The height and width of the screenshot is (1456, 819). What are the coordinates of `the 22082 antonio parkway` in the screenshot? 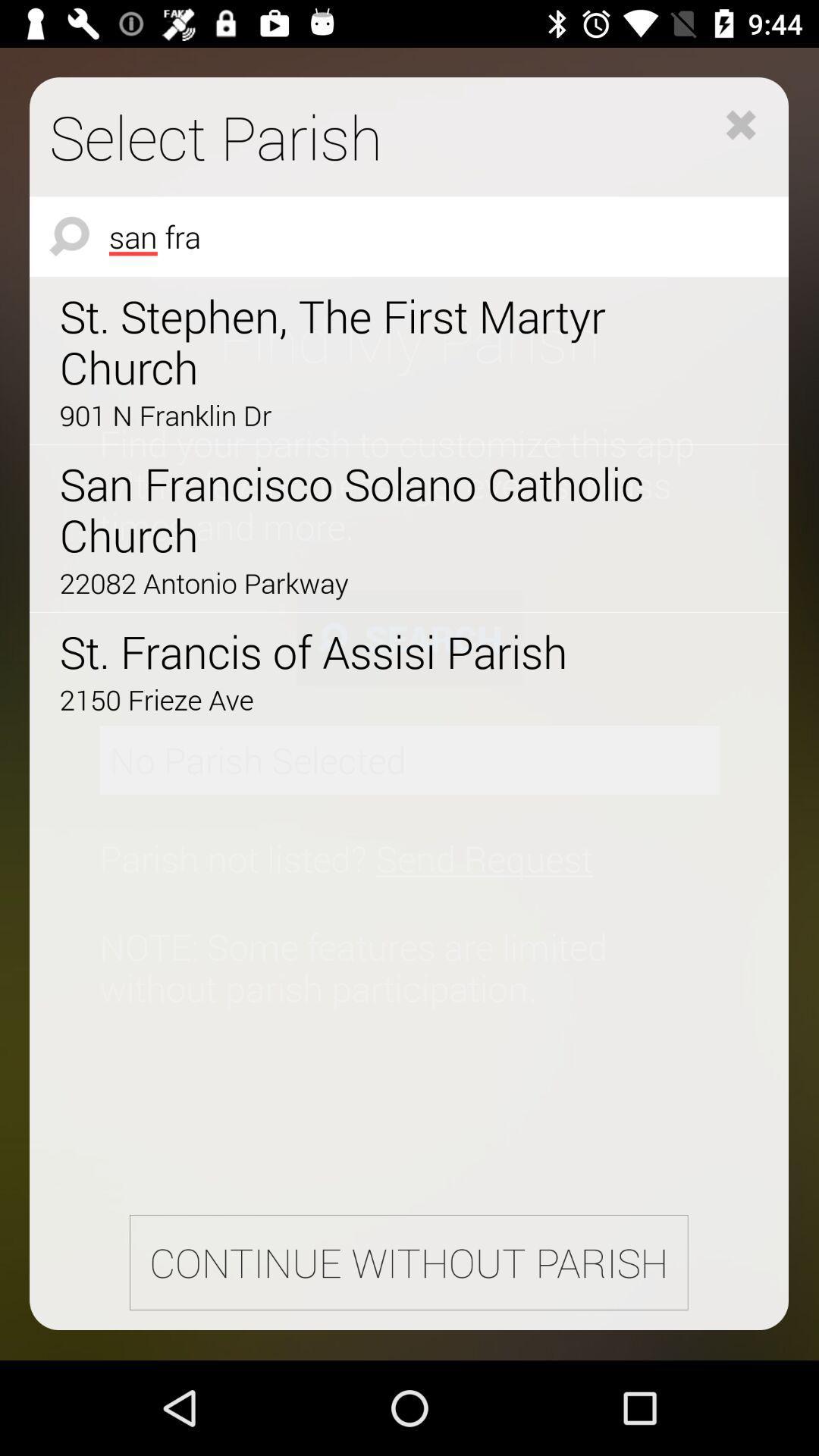 It's located at (366, 582).